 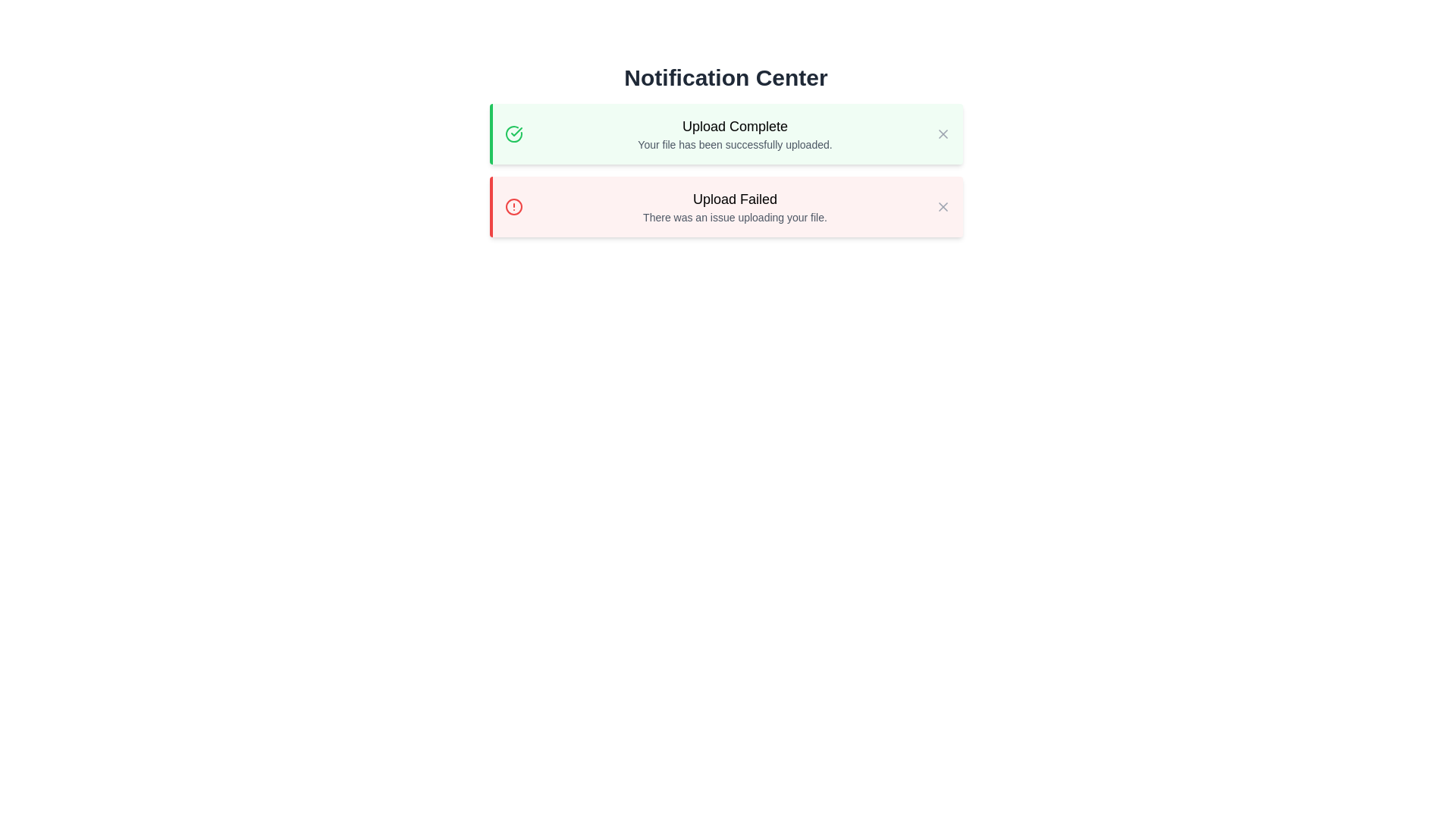 What do you see at coordinates (725, 151) in the screenshot?
I see `the Notification banner with a bright green background indicating 'Upload Complete' and a success checkmark icon` at bounding box center [725, 151].